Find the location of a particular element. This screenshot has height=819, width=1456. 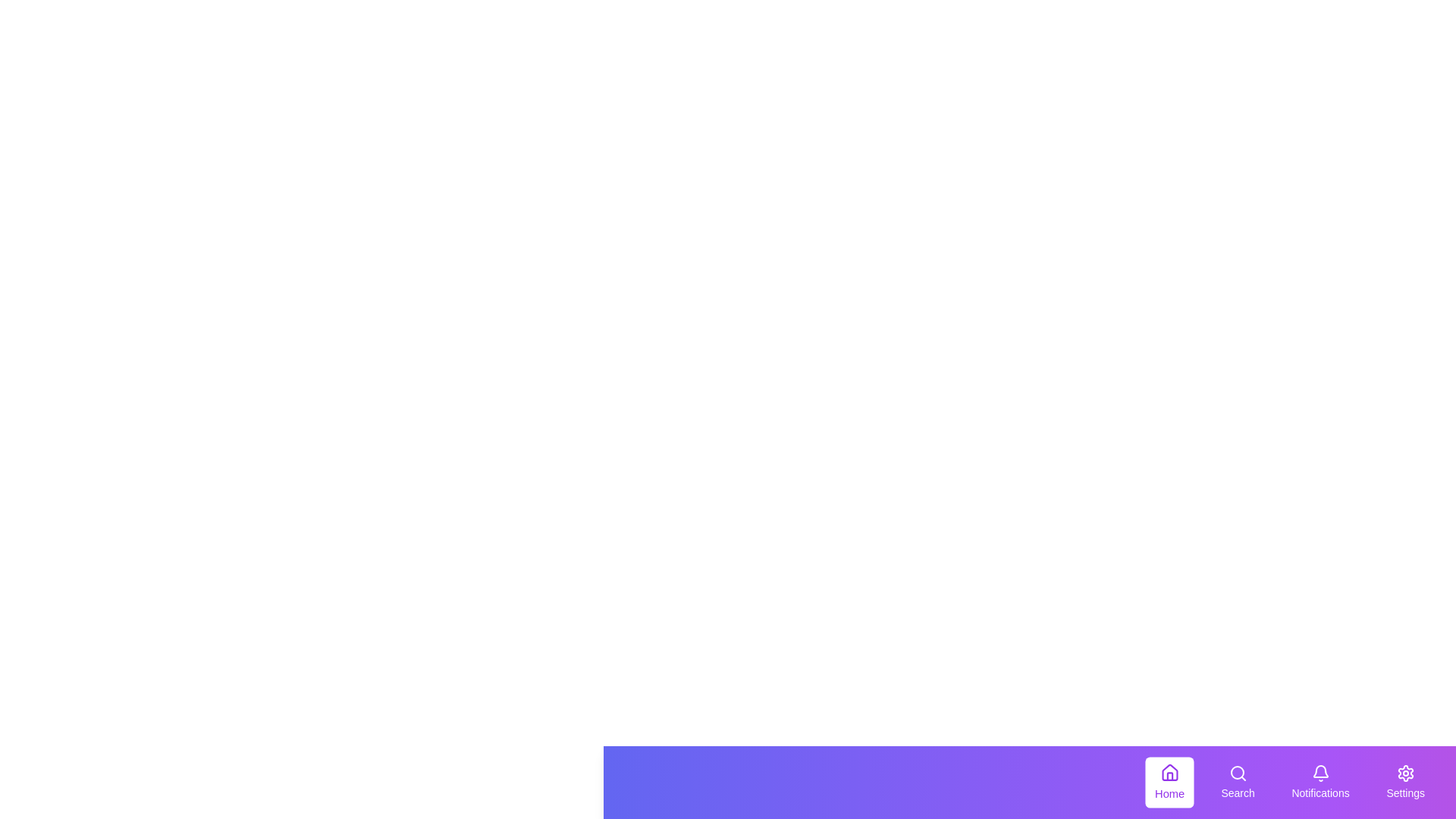

the Home tab to switch to its view is located at coordinates (1169, 783).